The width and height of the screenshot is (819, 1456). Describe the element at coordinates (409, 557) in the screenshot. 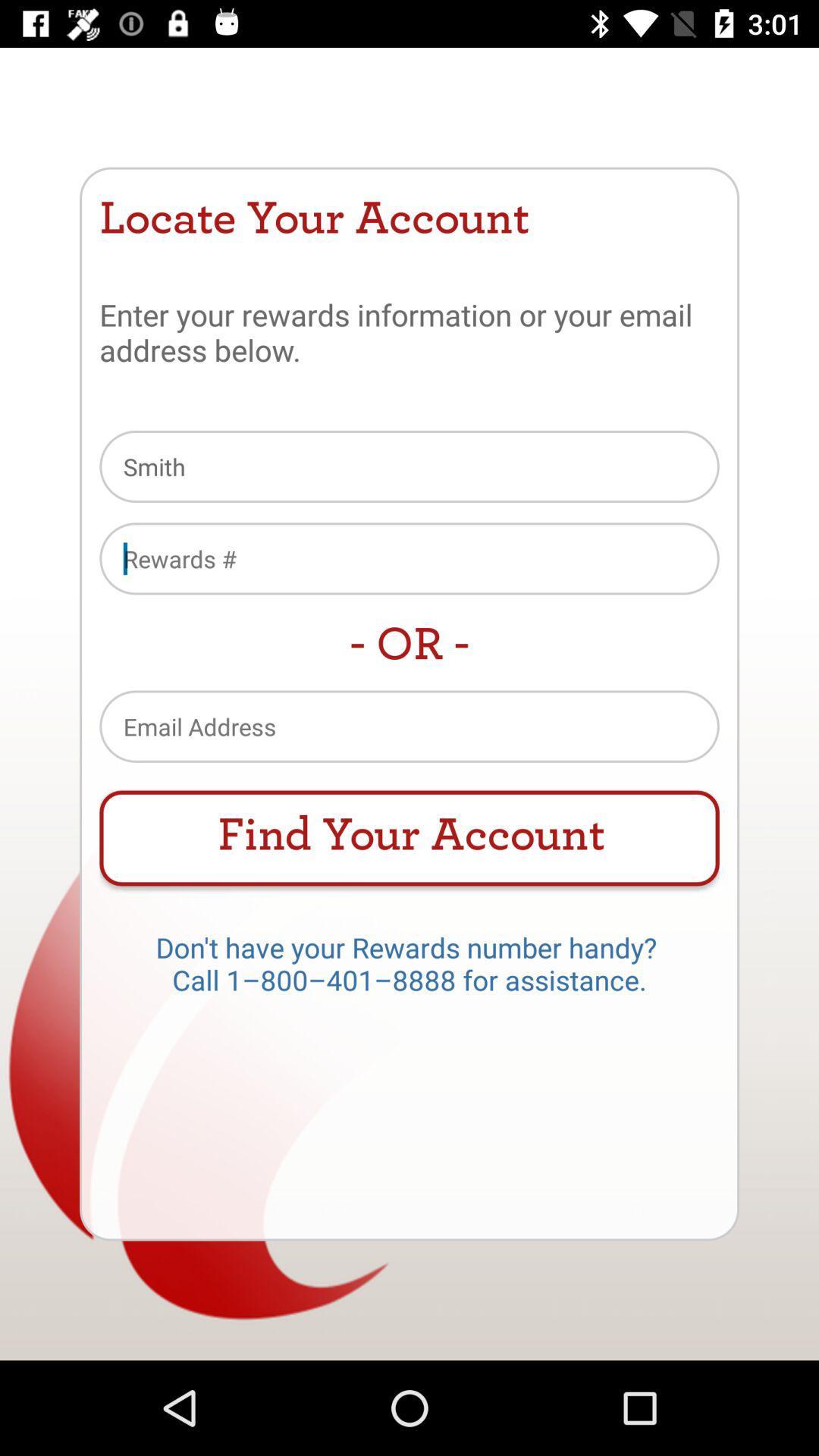

I see `rewards option` at that location.